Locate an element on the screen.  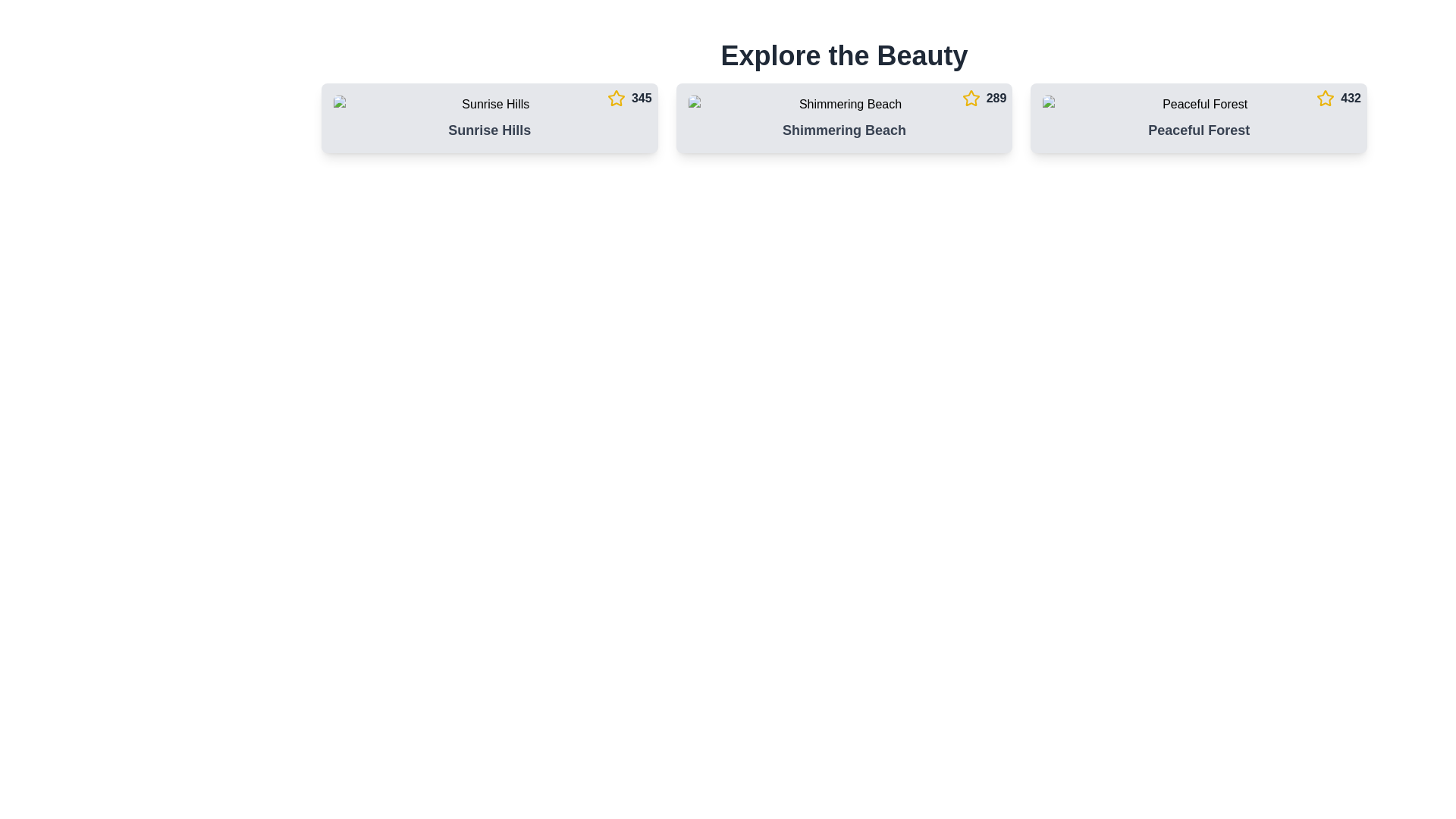
the image thumbnail representing 'Peaceful Forest' to enlarge it or navigate to related content is located at coordinates (1198, 104).